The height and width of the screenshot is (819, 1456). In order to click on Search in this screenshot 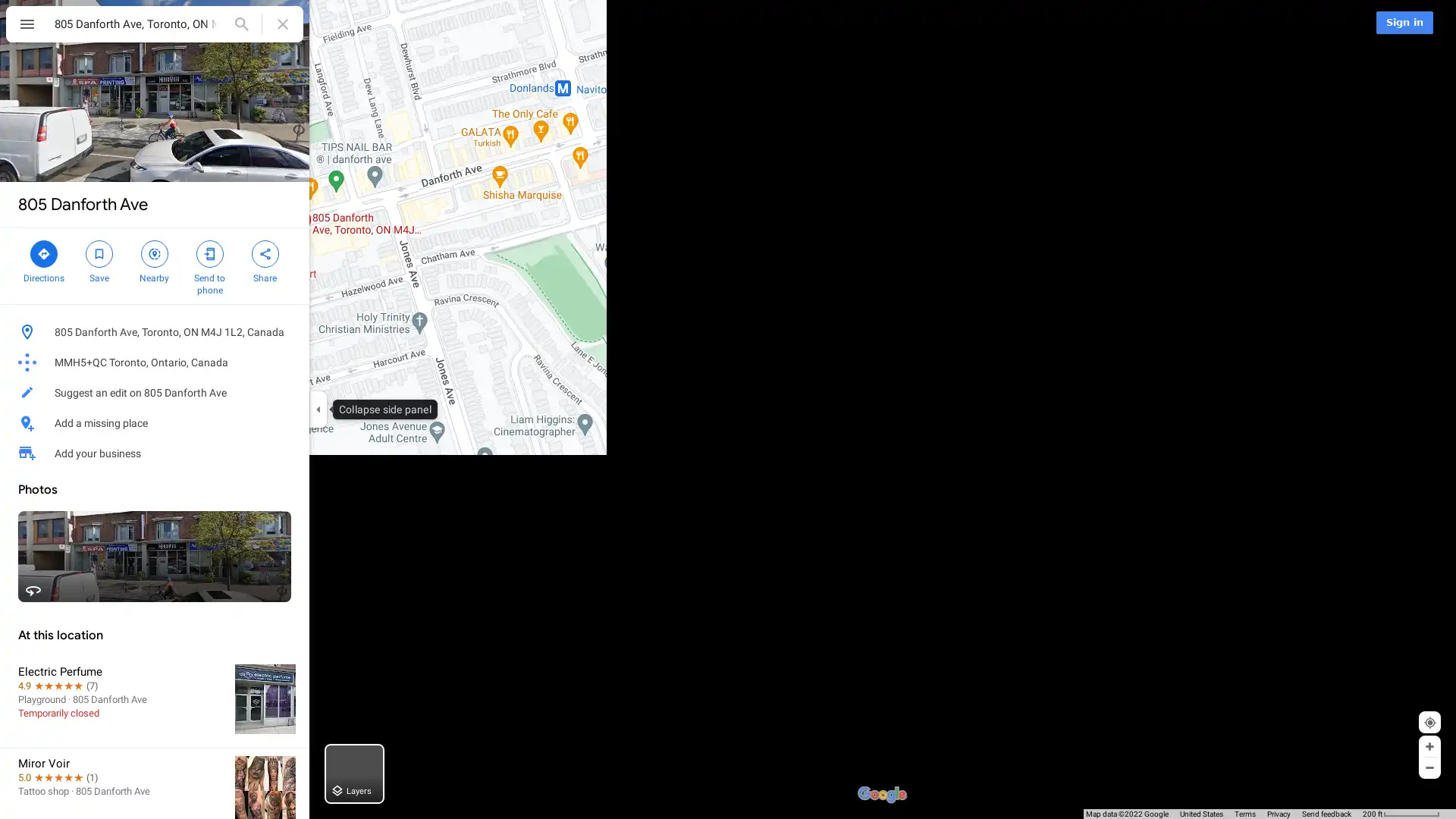, I will do `click(240, 24)`.